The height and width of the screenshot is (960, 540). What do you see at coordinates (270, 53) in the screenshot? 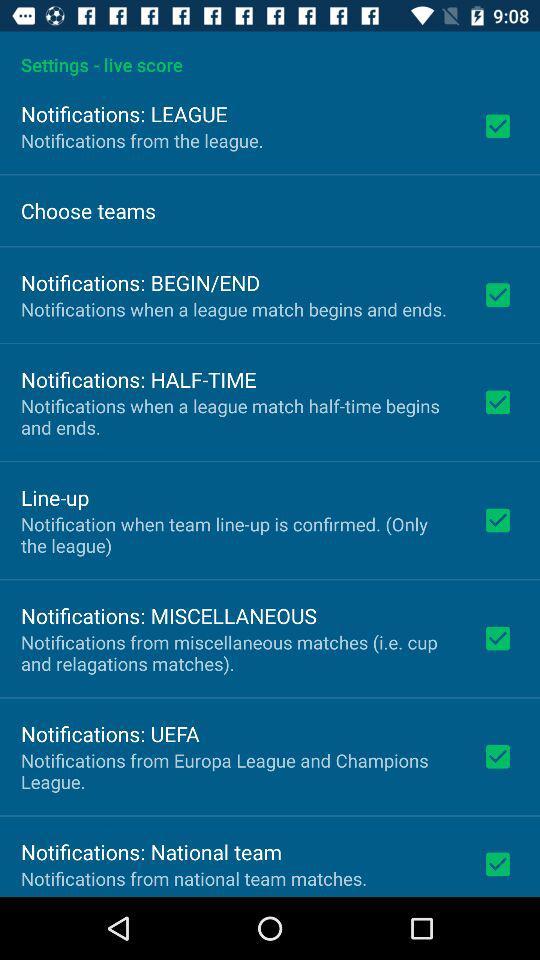
I see `settings - live score app` at bounding box center [270, 53].